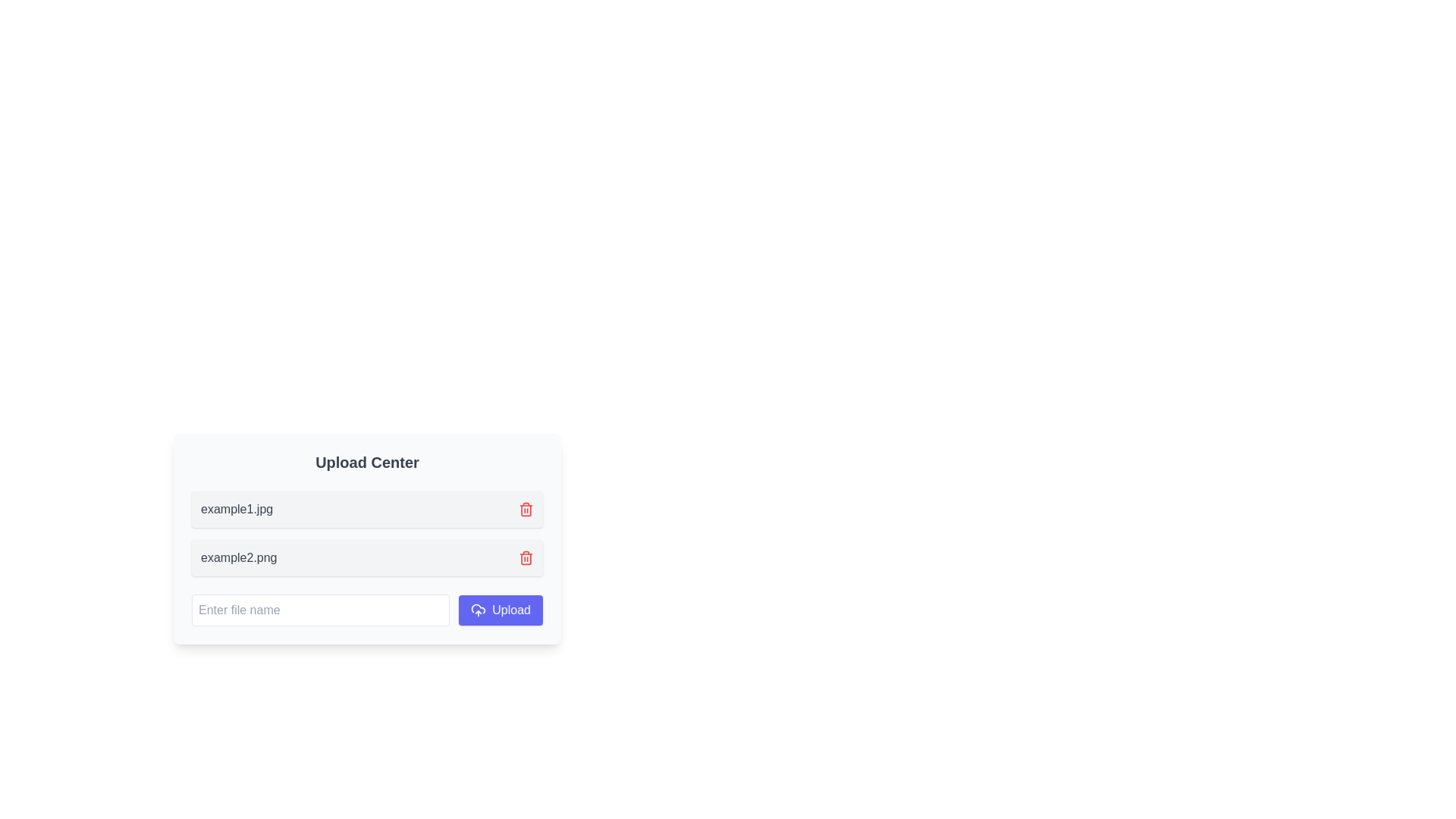  Describe the element at coordinates (526, 558) in the screenshot. I see `the red trash bin icon button located to the far right of the row for the file named 'example2.png', which changes color when hovered over` at that location.